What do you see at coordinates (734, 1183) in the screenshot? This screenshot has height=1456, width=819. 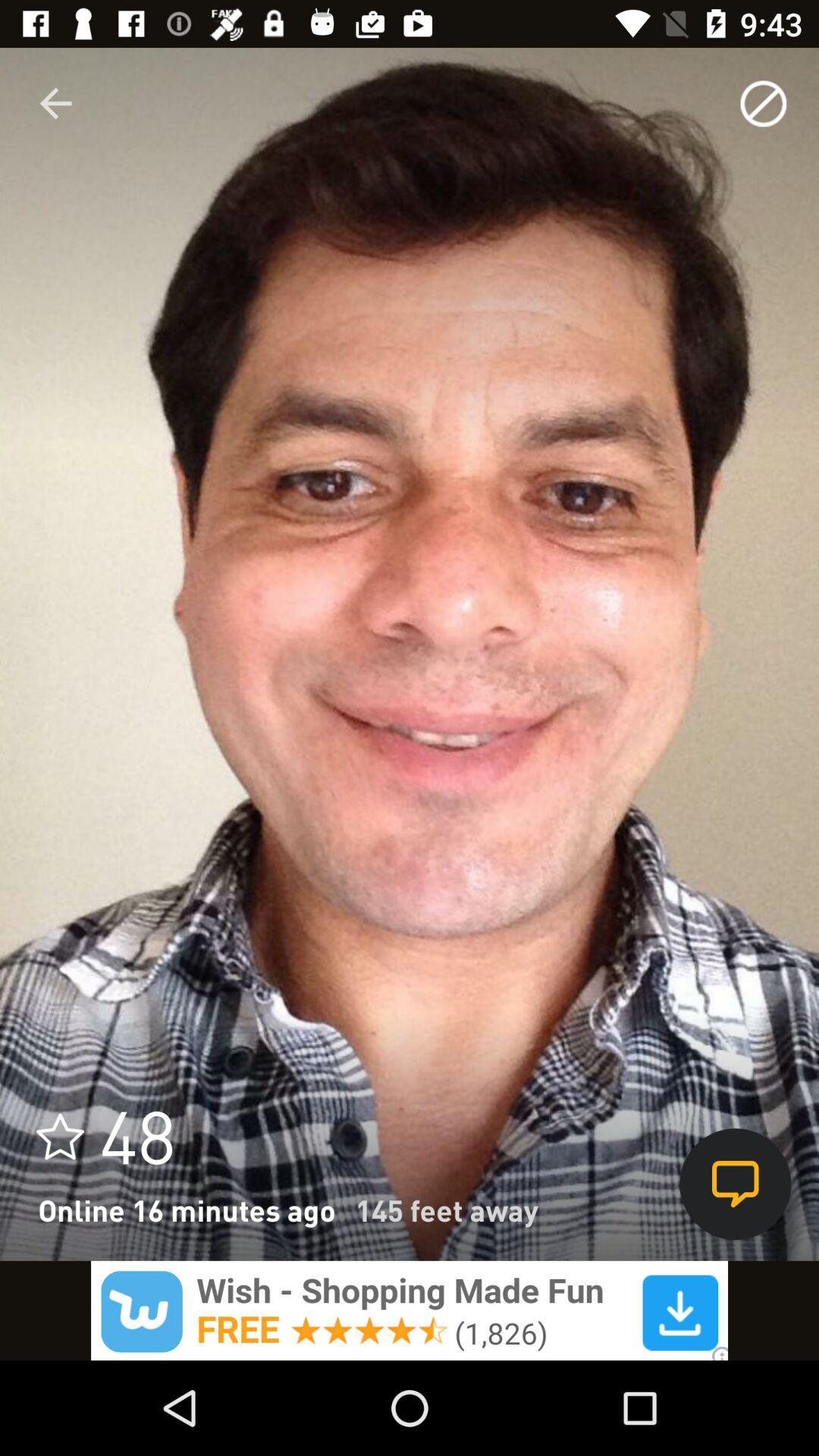 I see `send a message` at bounding box center [734, 1183].